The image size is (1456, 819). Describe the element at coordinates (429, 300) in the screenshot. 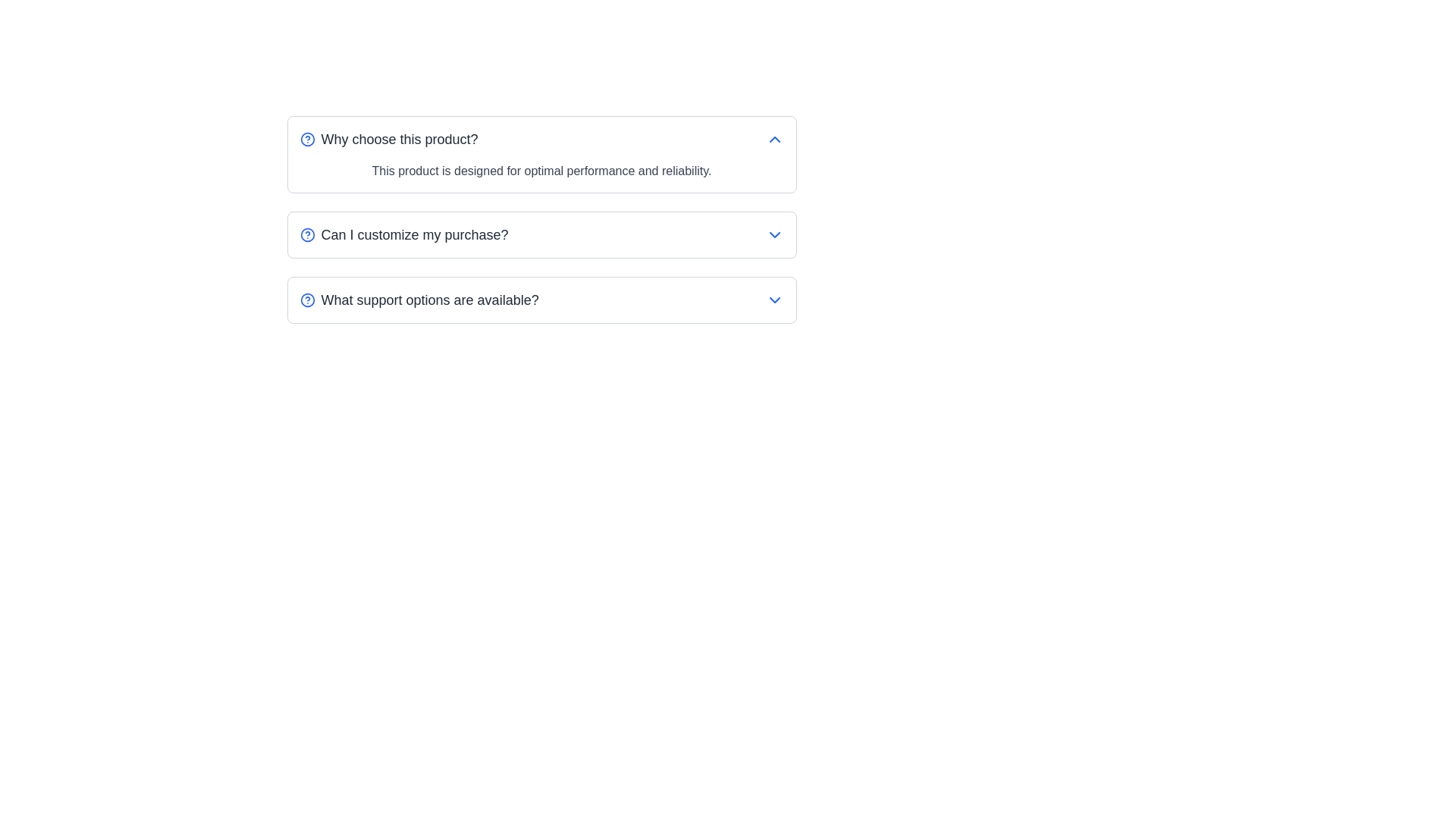

I see `the third headline Text Label in the FAQ list` at that location.